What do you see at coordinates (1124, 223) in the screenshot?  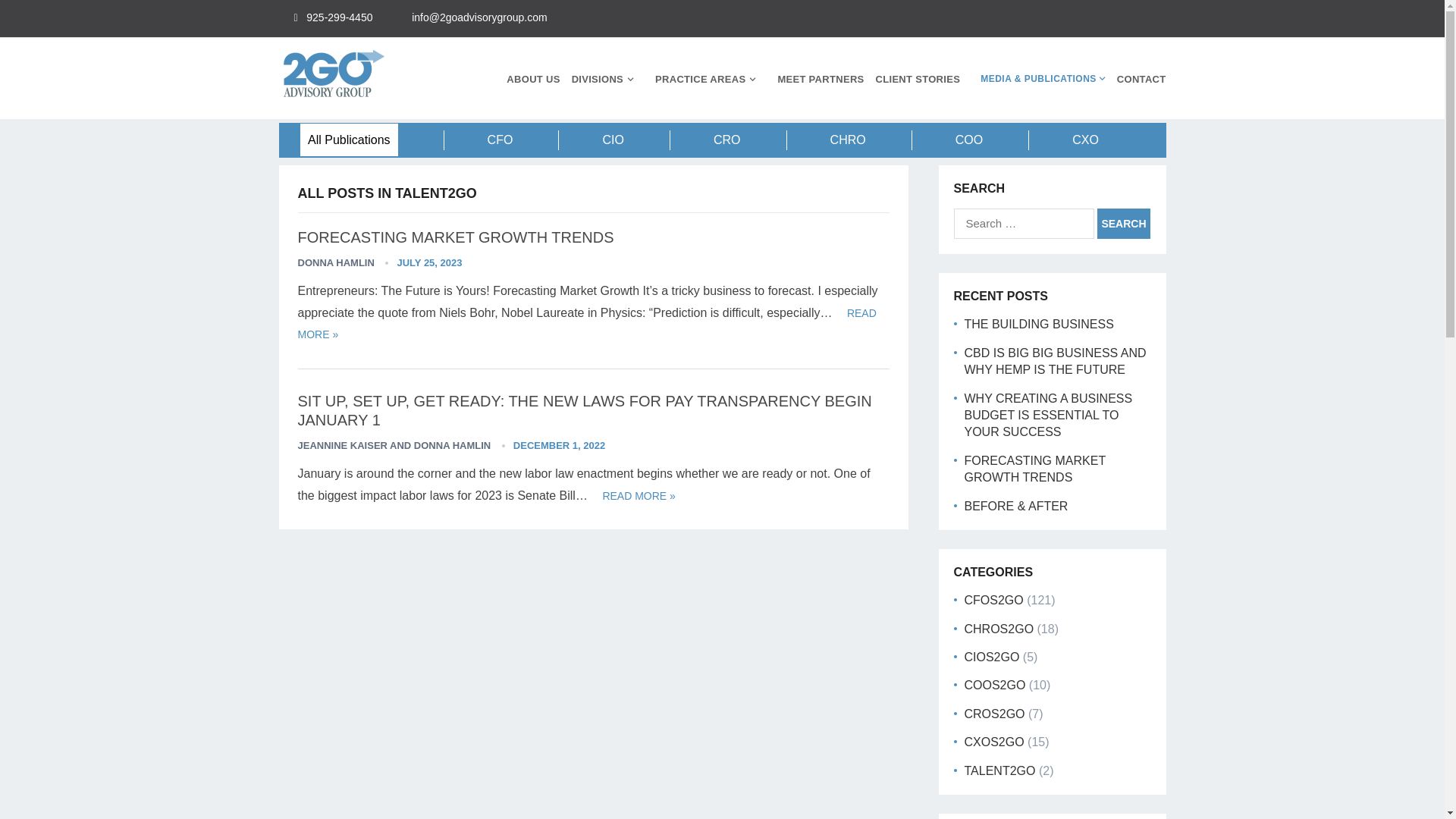 I see `'Search'` at bounding box center [1124, 223].